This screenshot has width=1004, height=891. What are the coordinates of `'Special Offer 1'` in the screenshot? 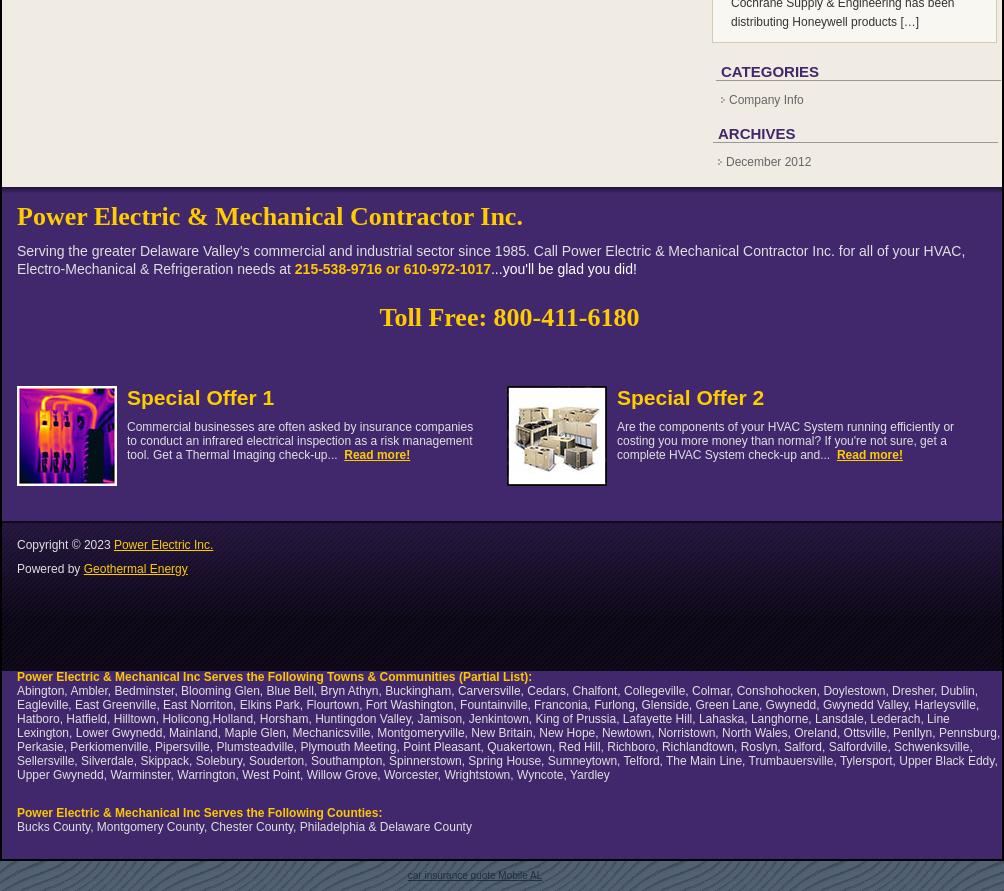 It's located at (199, 397).